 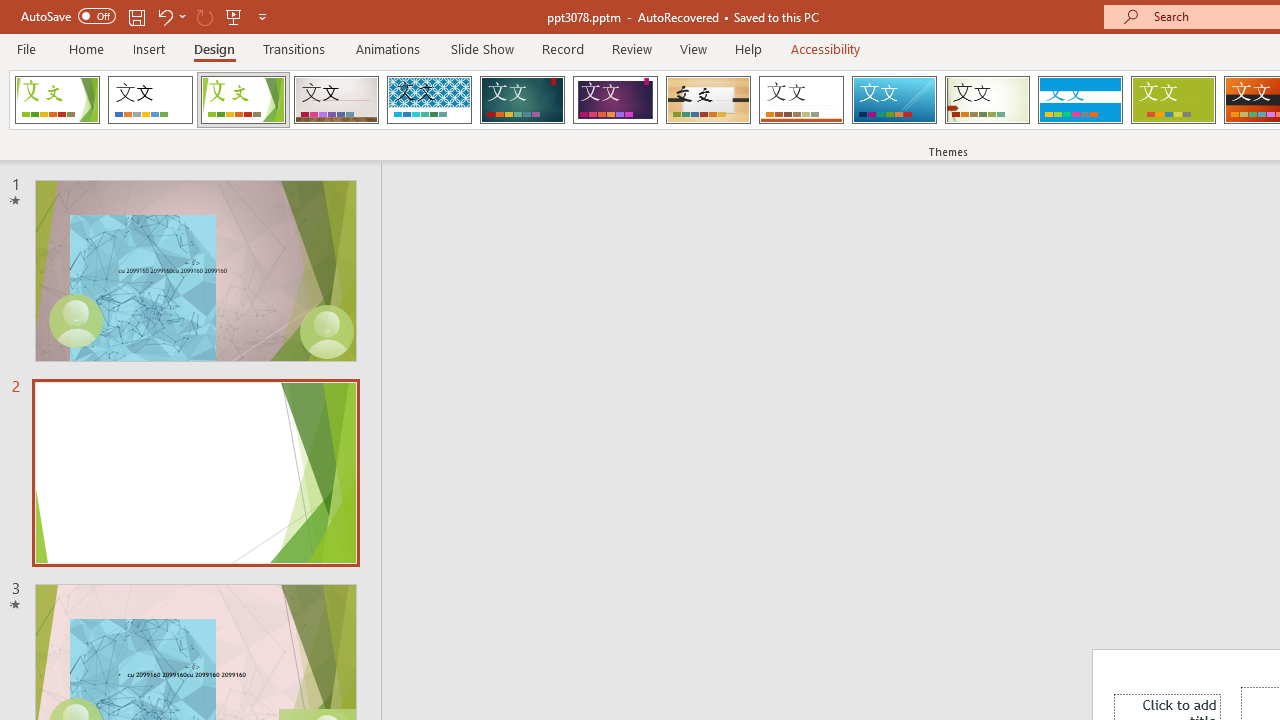 What do you see at coordinates (522, 100) in the screenshot?
I see `'Ion'` at bounding box center [522, 100].